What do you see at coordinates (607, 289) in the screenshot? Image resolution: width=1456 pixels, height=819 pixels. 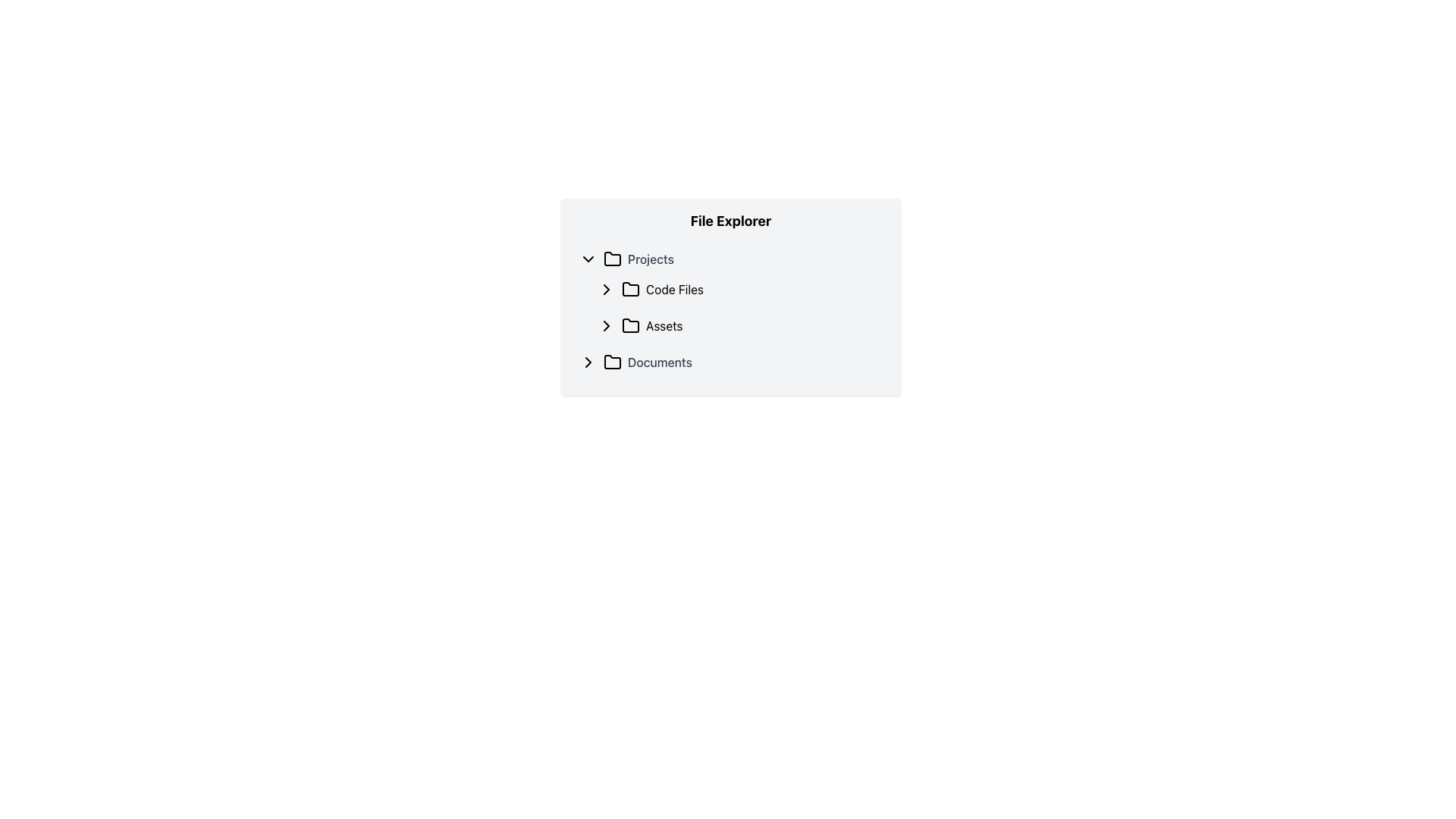 I see `the chevron icon` at bounding box center [607, 289].